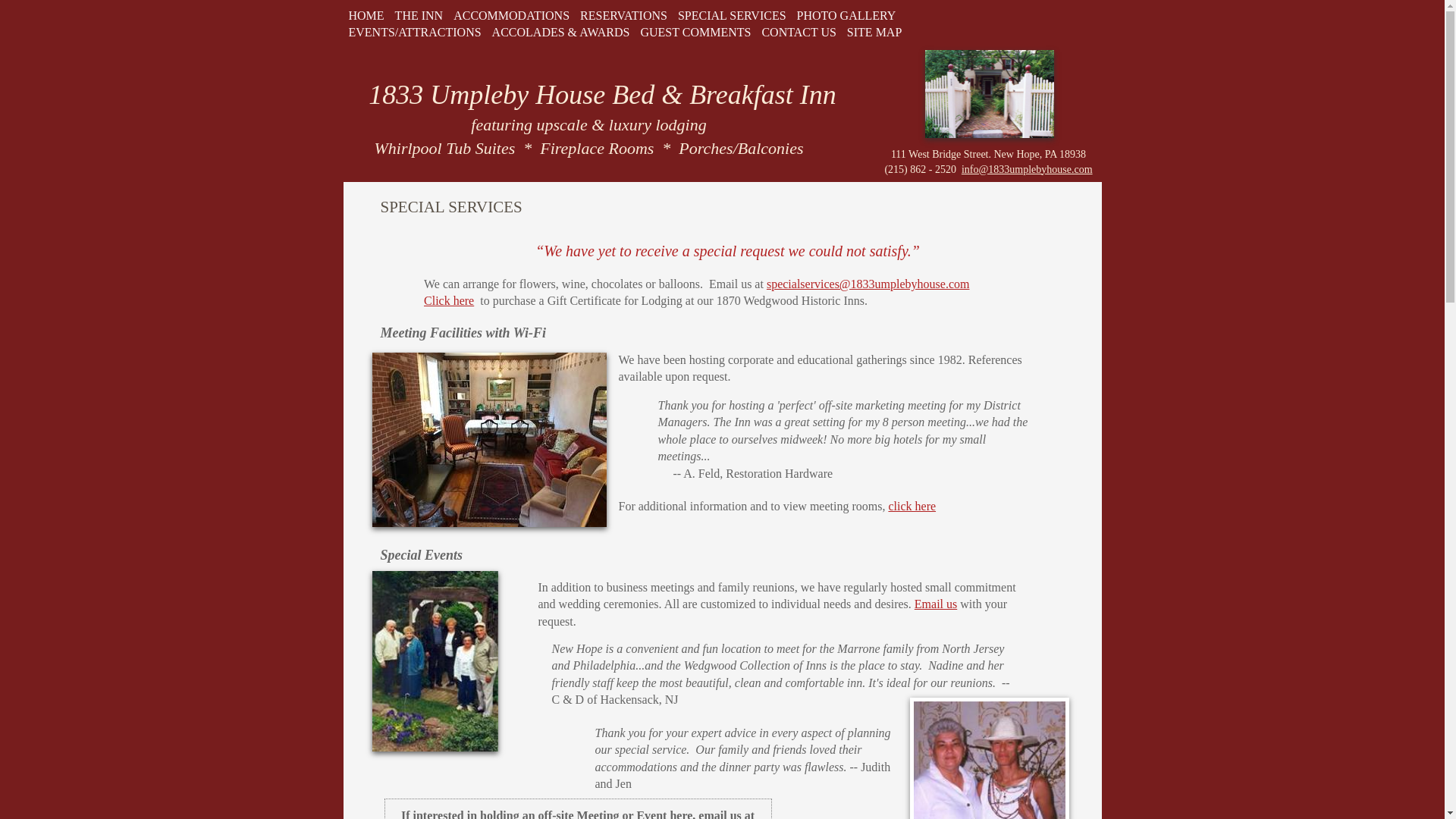 The image size is (1456, 819). I want to click on 'info@1833umplebyhouse.com', so click(1027, 169).